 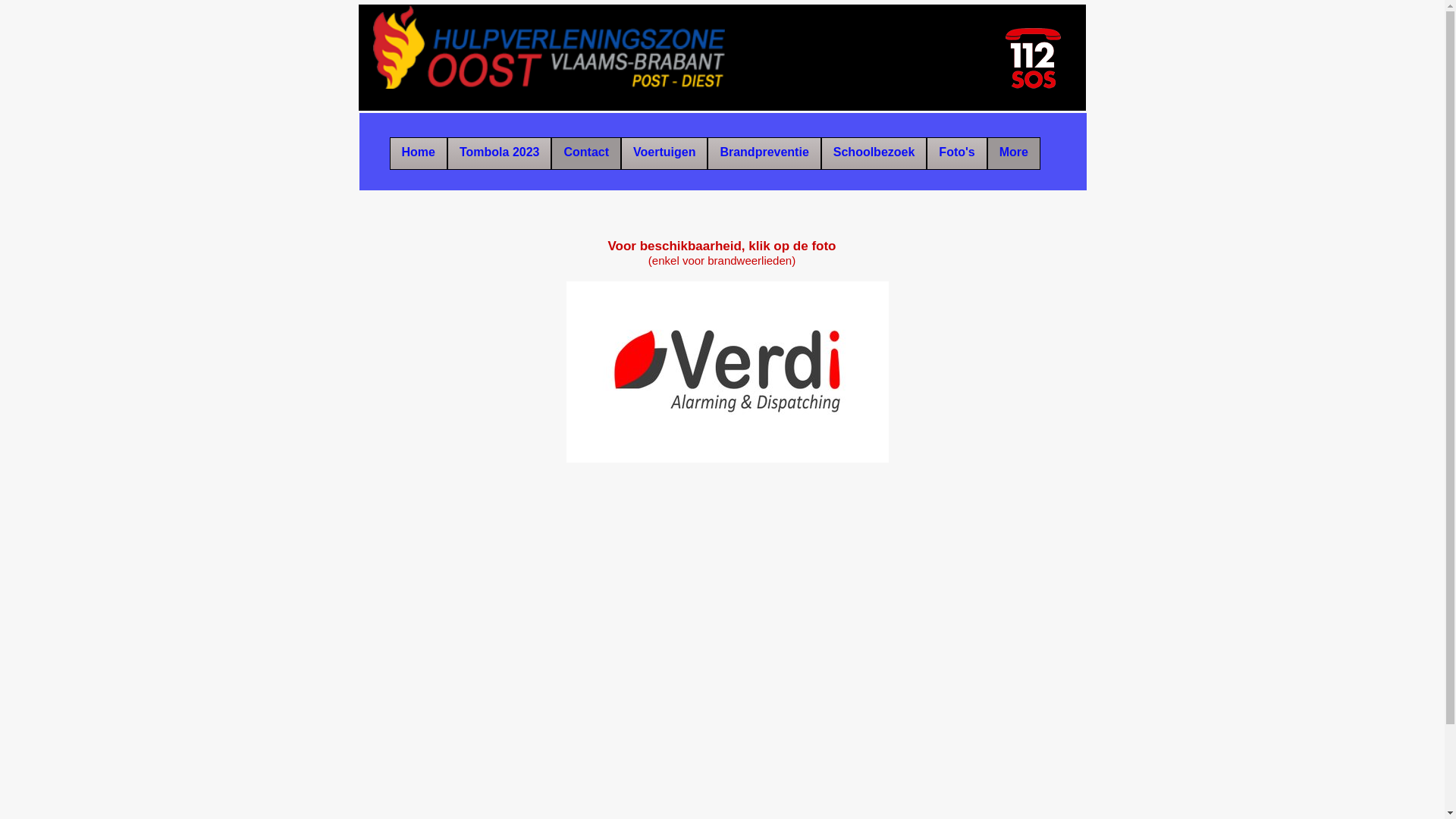 I want to click on 'Schoolbezoek', so click(x=874, y=153).